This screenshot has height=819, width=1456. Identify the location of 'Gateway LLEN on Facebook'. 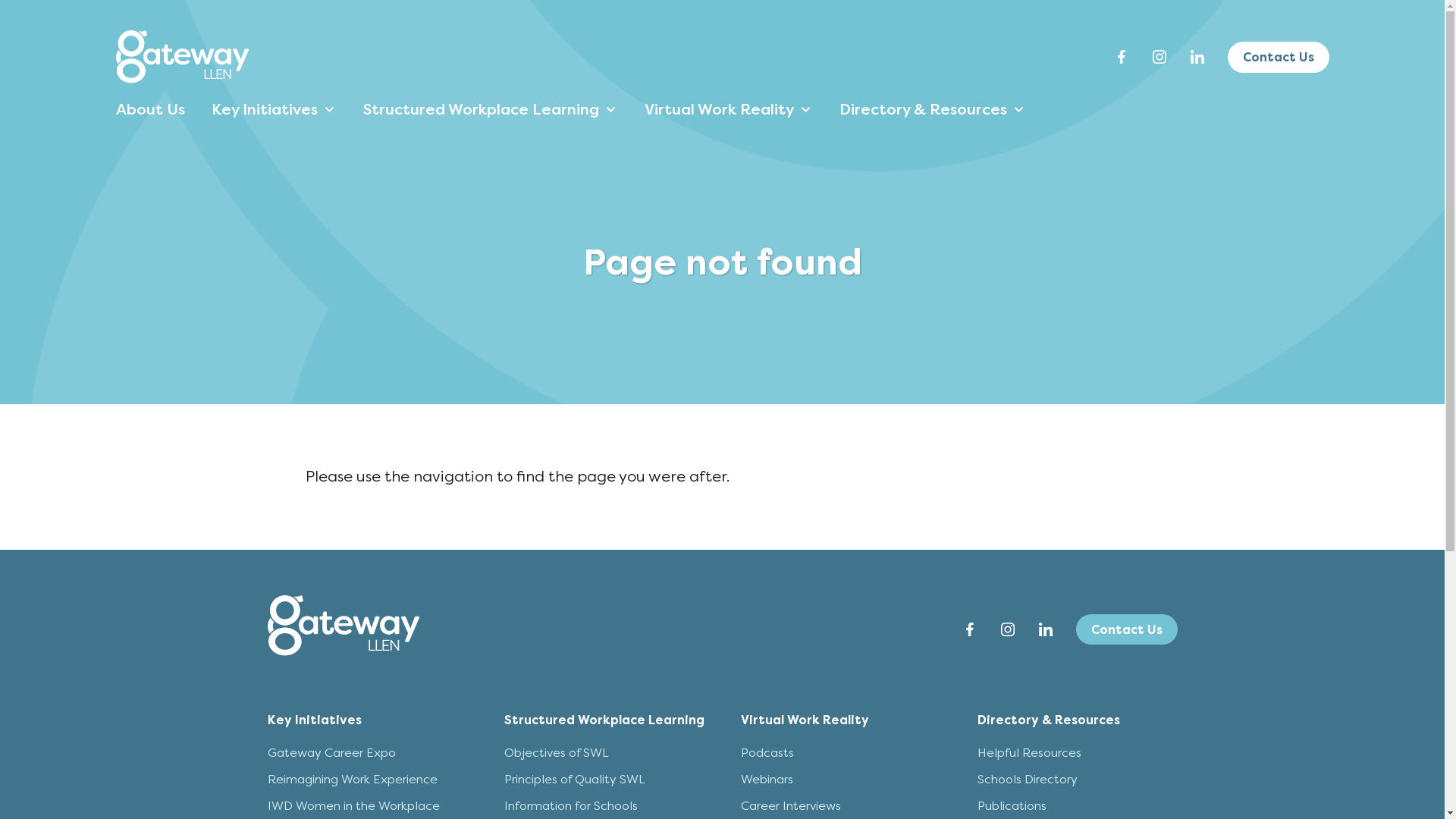
(968, 629).